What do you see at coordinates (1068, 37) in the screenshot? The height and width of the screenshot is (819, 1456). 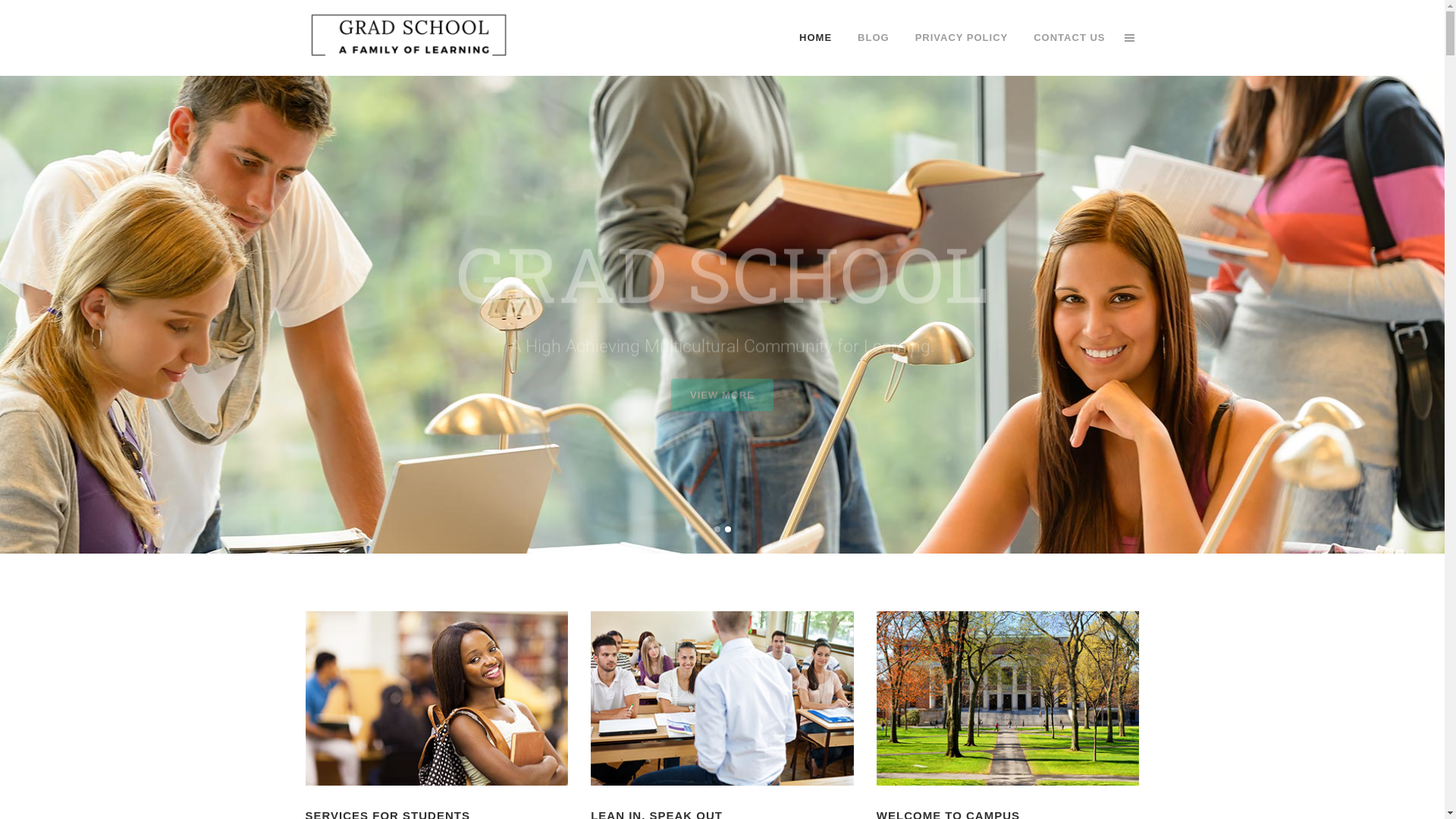 I see `'CONTACT US'` at bounding box center [1068, 37].